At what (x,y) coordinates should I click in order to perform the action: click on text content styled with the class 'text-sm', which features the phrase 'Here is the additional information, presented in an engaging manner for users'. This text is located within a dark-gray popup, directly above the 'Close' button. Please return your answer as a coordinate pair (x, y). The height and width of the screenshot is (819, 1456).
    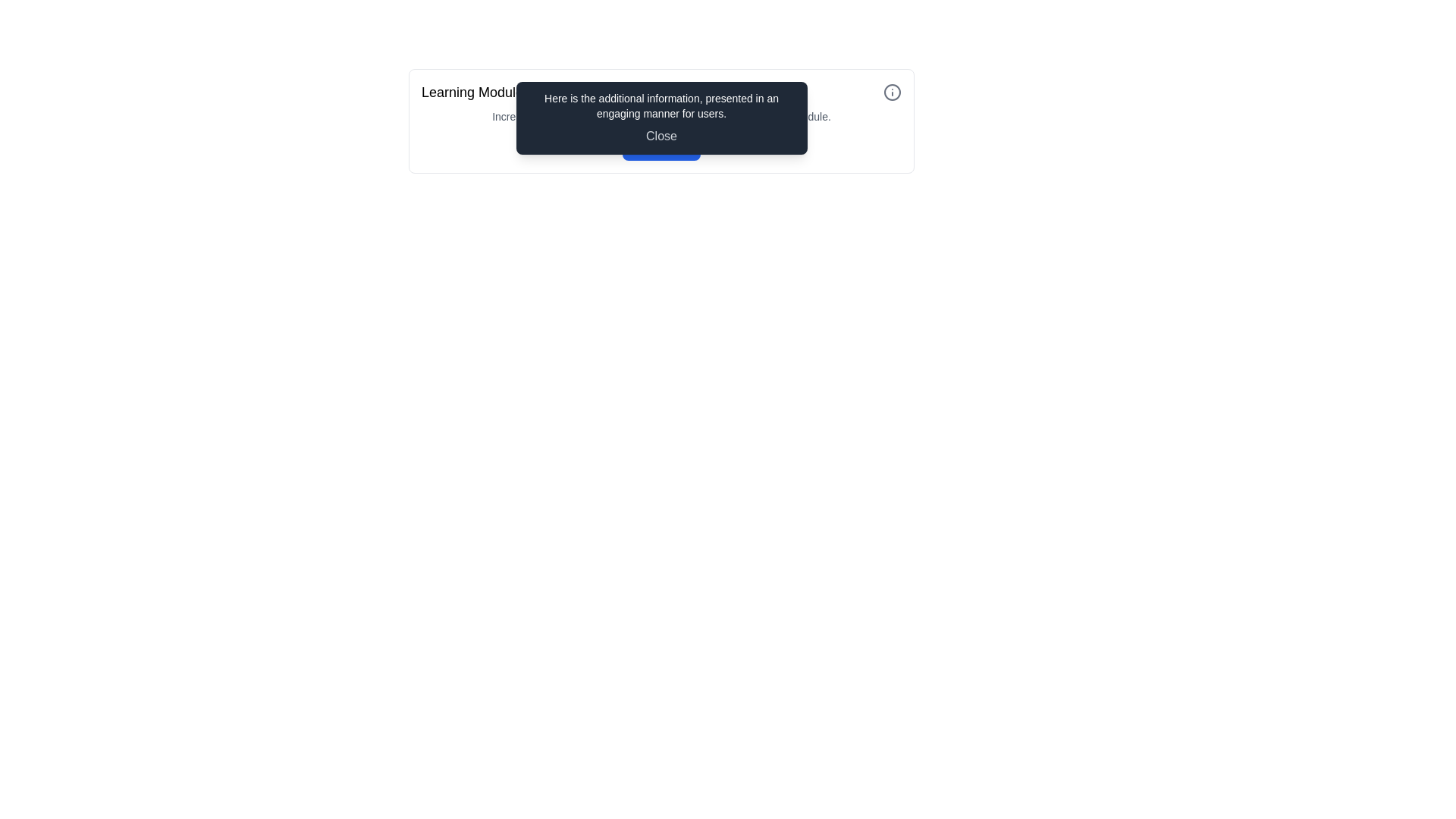
    Looking at the image, I should click on (661, 105).